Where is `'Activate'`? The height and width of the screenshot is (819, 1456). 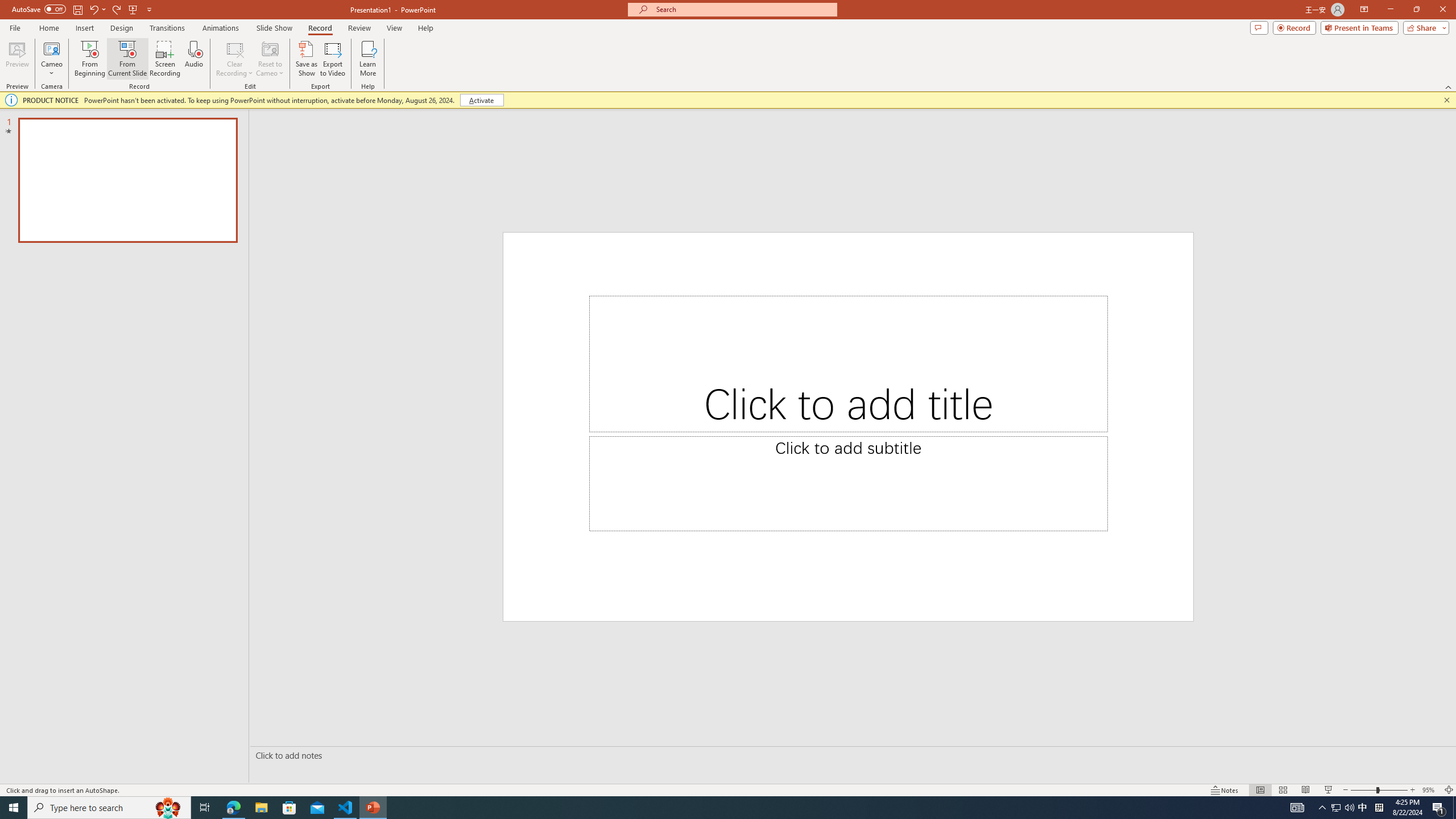 'Activate' is located at coordinates (482, 100).